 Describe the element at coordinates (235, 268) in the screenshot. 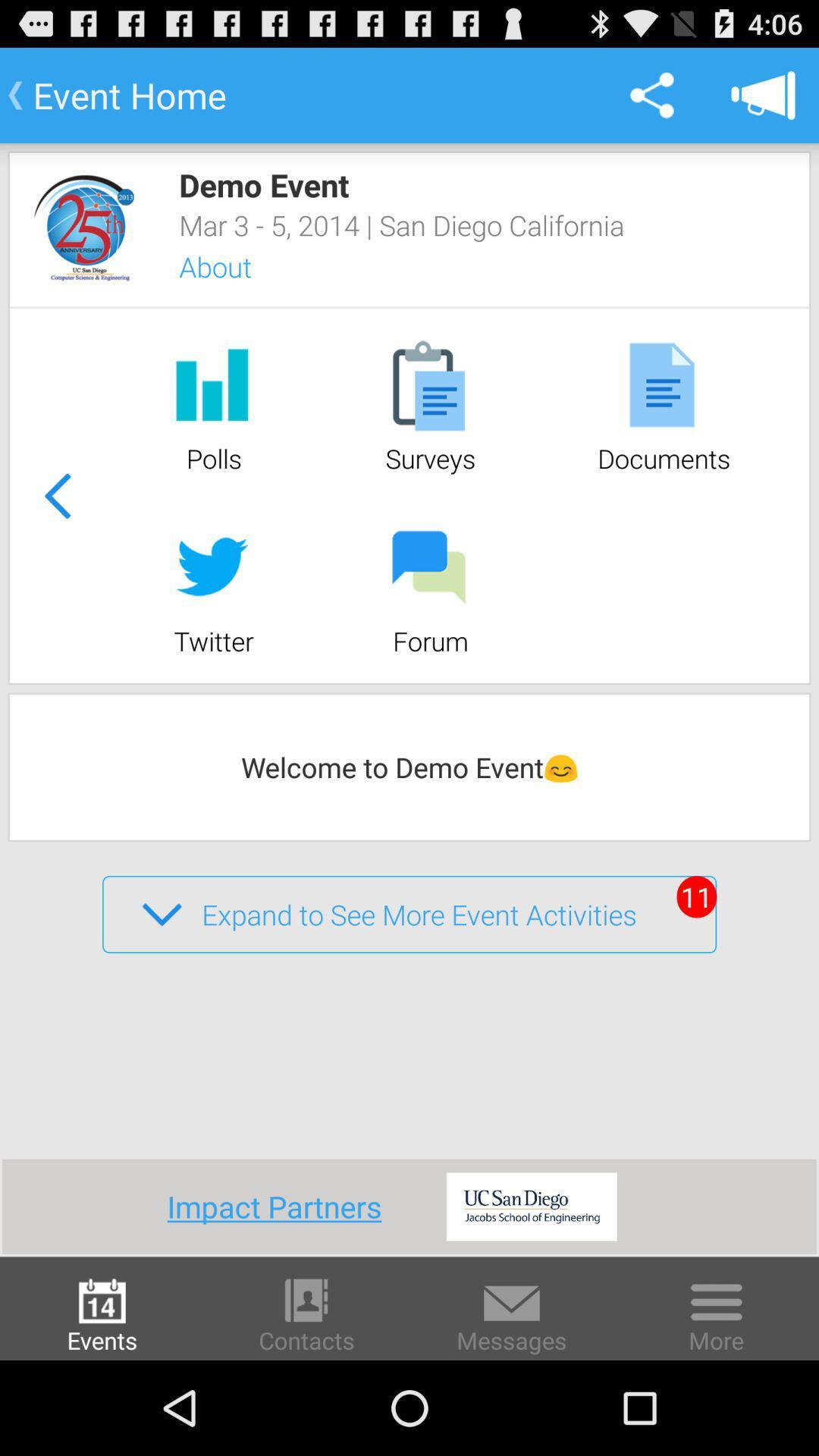

I see `icon below mar 3 5` at that location.